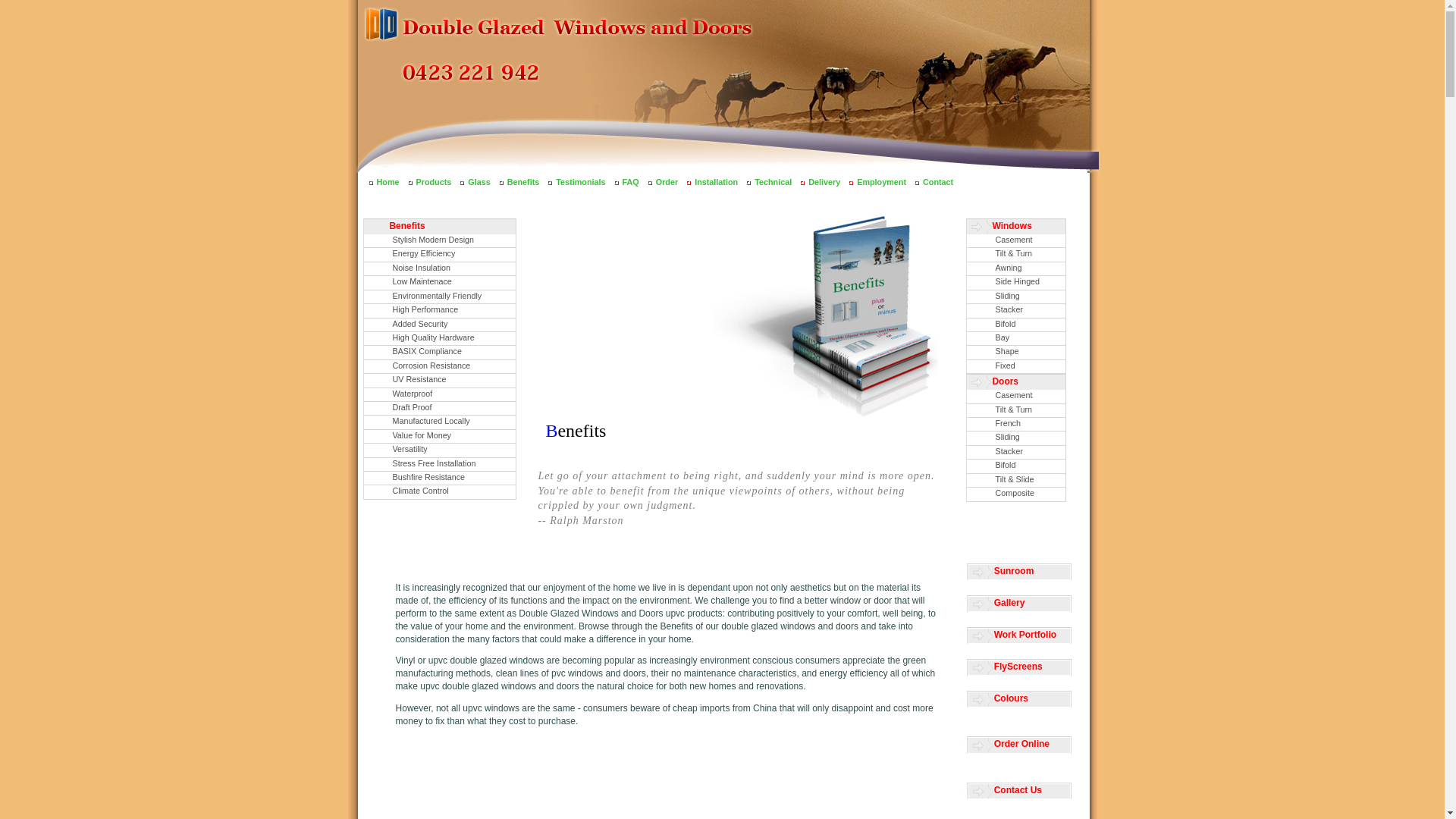  Describe the element at coordinates (439, 463) in the screenshot. I see `'Stress Free Installation'` at that location.